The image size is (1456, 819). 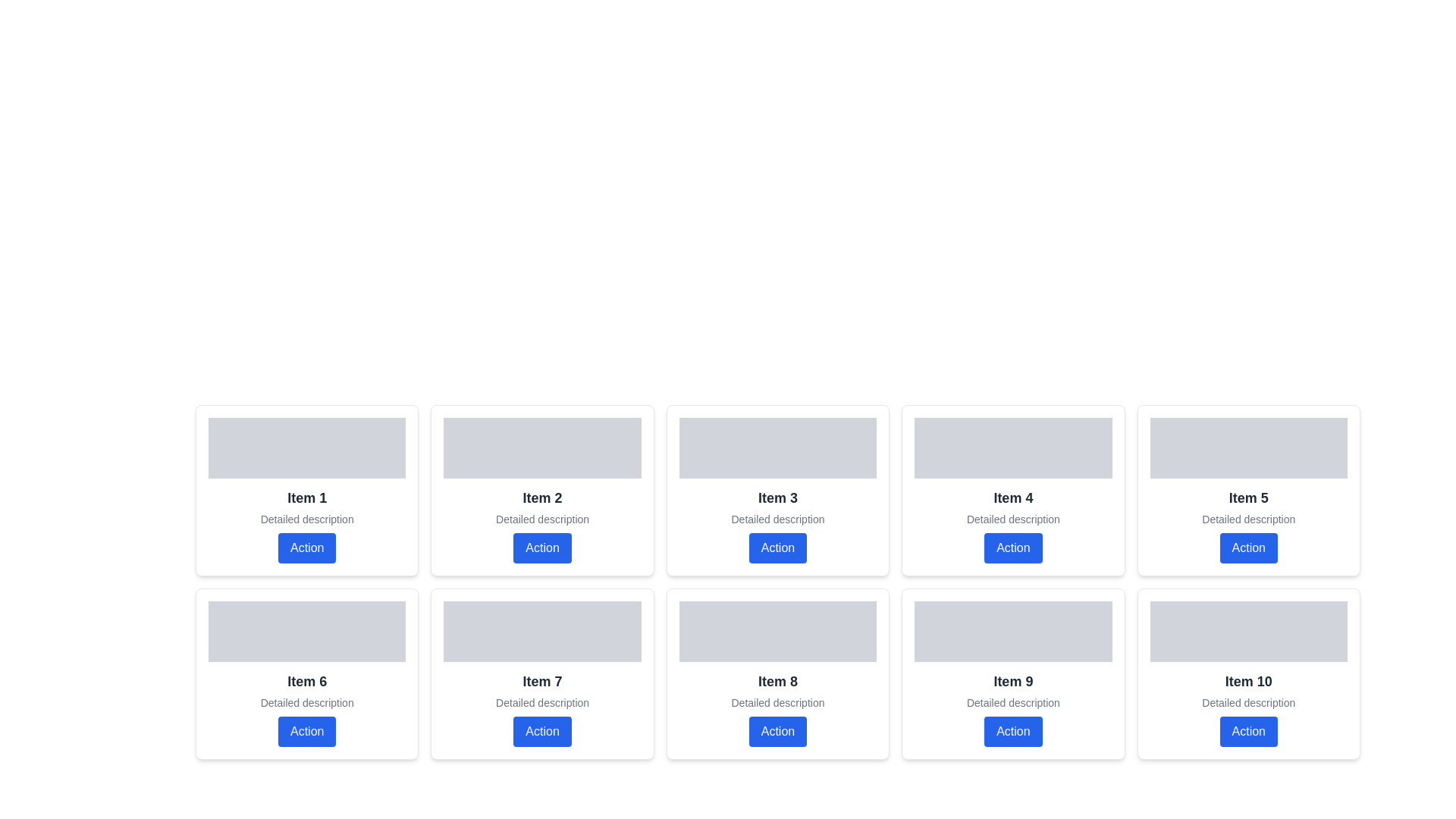 I want to click on the static text label that serves as a title for the second card in the first row of the grid layout, distinguishing it from 'Item 1' on the left and 'Item 3' on the right, so click(x=542, y=497).